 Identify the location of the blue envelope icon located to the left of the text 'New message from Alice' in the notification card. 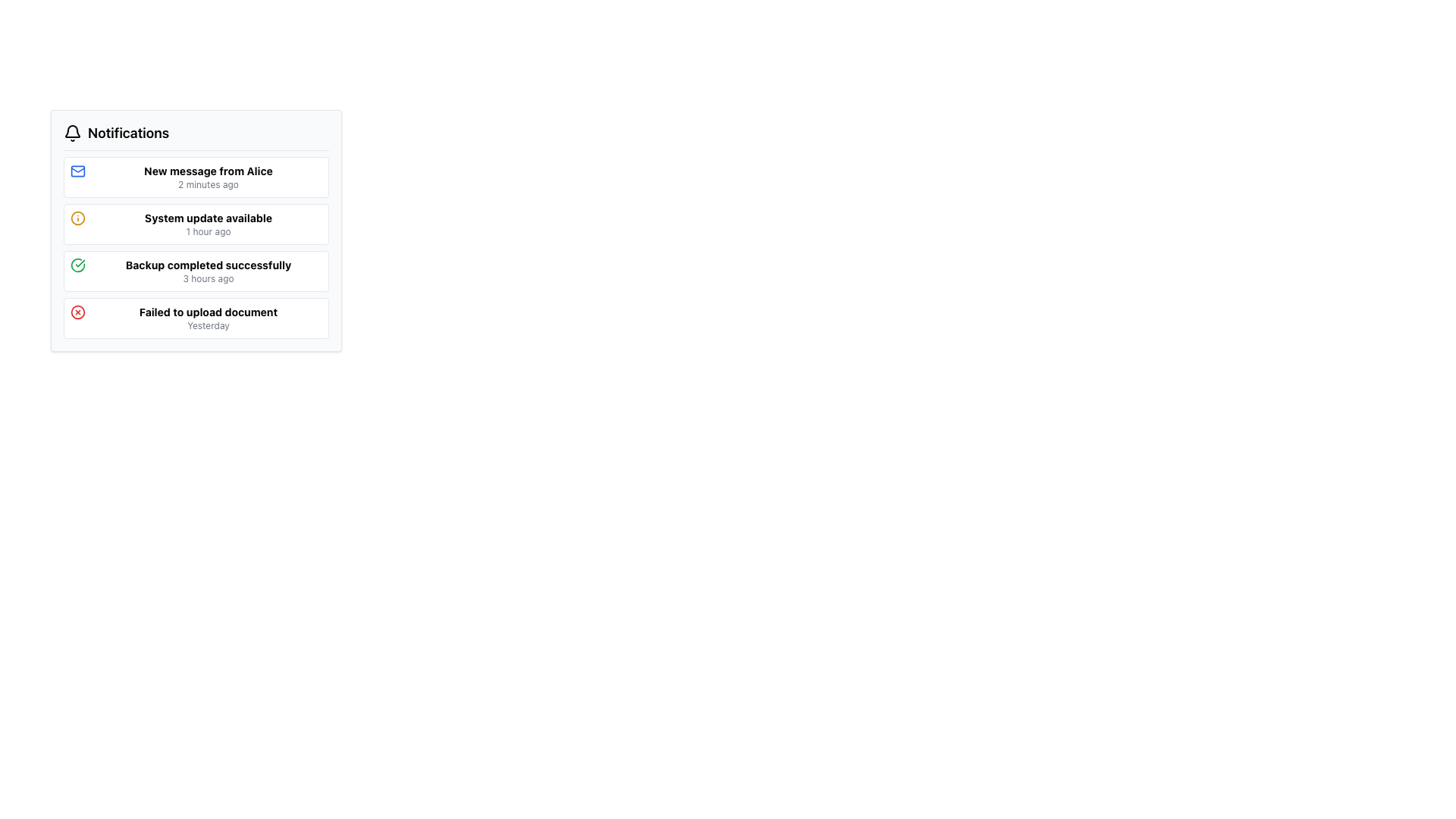
(77, 171).